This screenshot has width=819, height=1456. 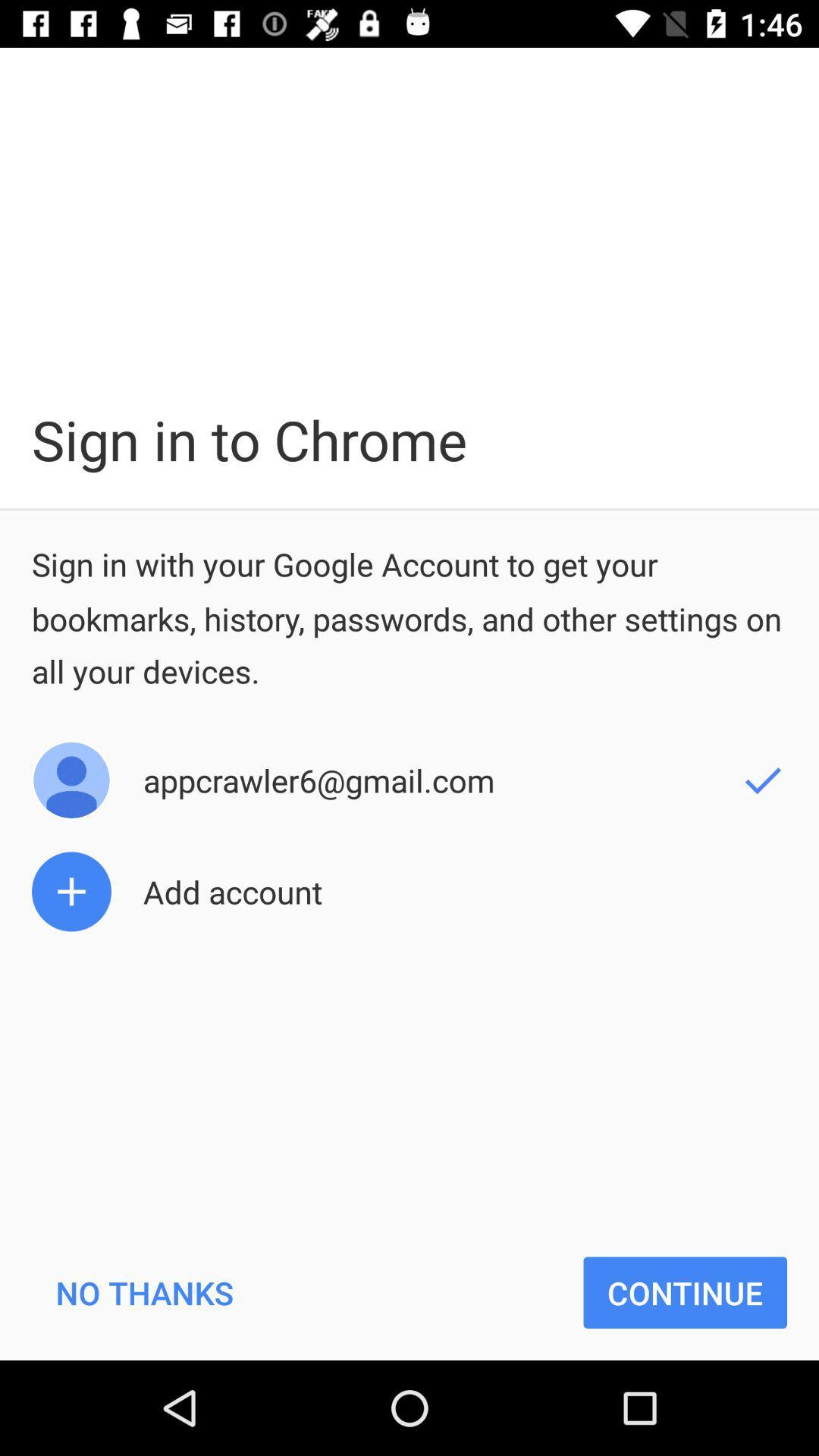 I want to click on no thanks at the bottom left corner, so click(x=144, y=1291).